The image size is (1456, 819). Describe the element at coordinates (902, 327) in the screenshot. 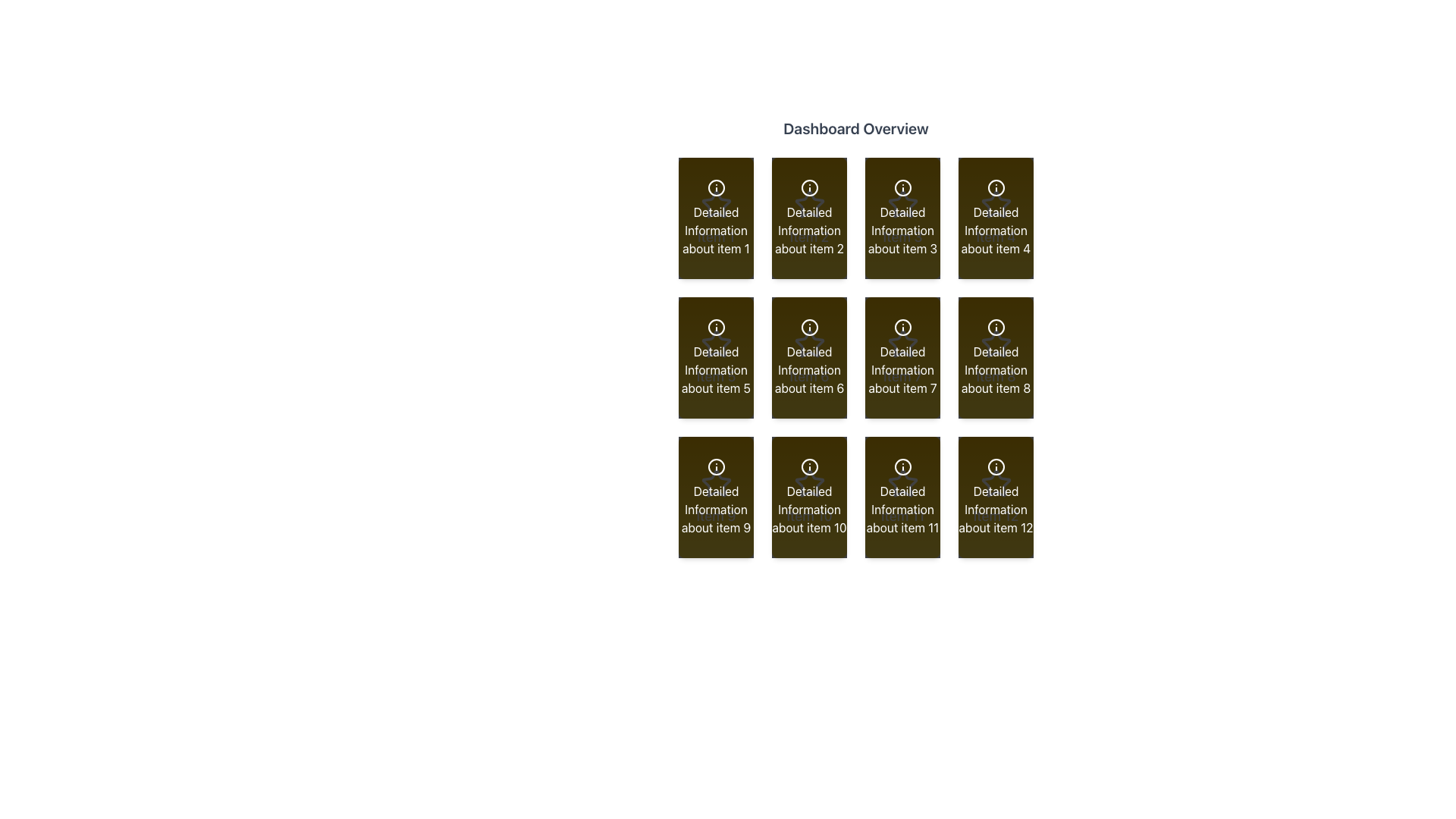

I see `the SVG icon representing an 'information' symbol located in the center of the tile labeled 'Detailed Information about item 7'` at that location.